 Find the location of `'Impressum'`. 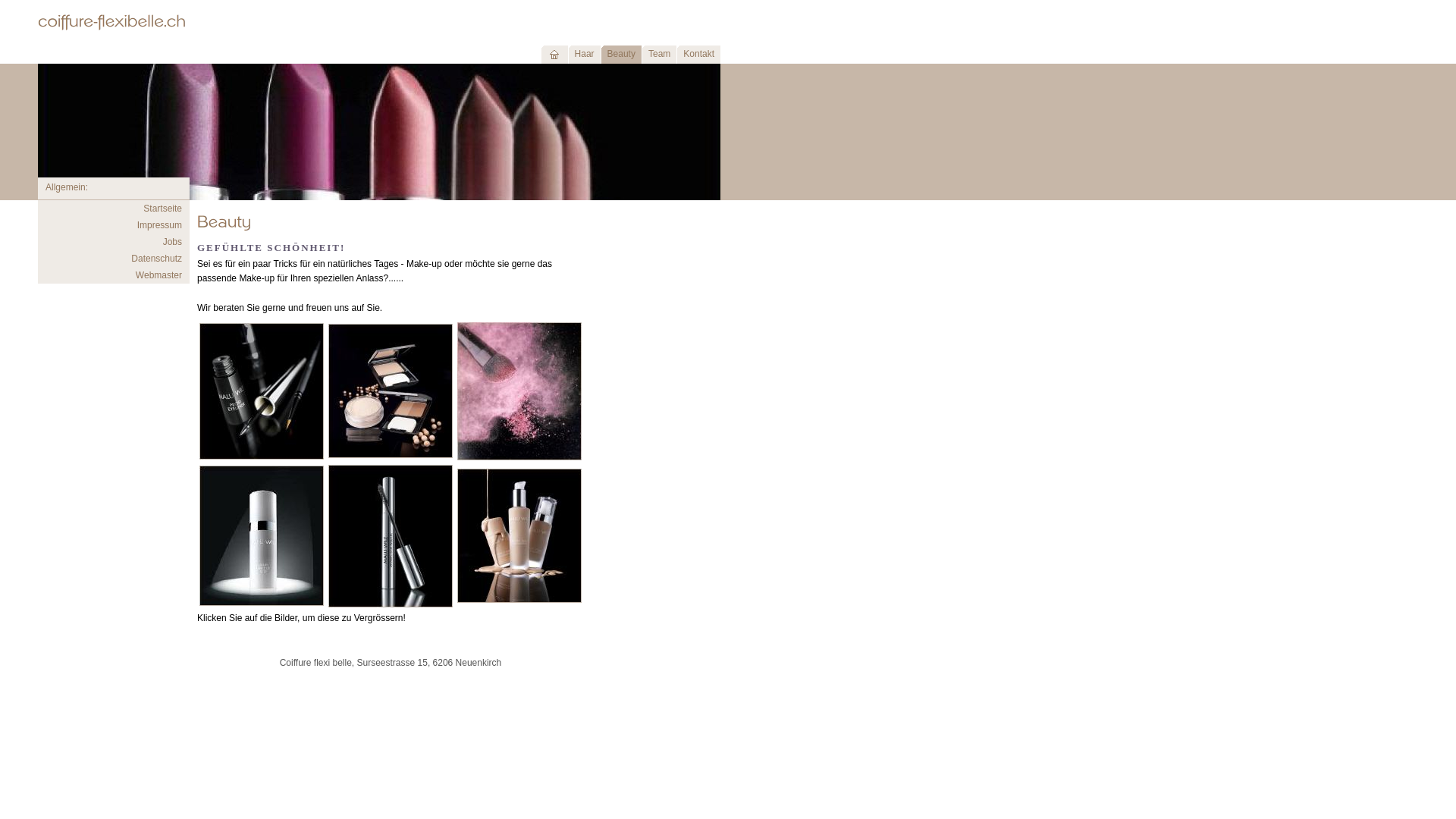

'Impressum' is located at coordinates (159, 225).